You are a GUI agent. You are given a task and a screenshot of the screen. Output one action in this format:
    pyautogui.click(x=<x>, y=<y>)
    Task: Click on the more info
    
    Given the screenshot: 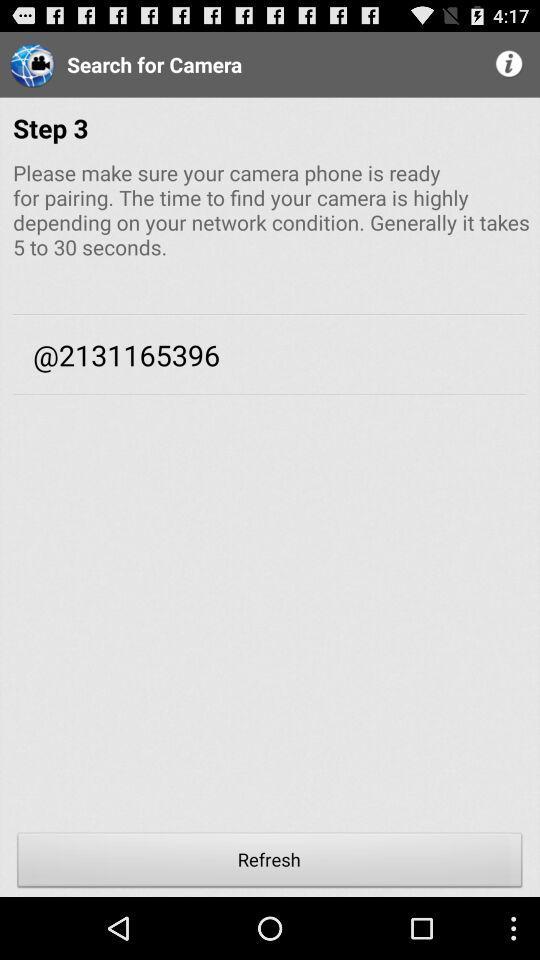 What is the action you would take?
    pyautogui.click(x=510, y=64)
    